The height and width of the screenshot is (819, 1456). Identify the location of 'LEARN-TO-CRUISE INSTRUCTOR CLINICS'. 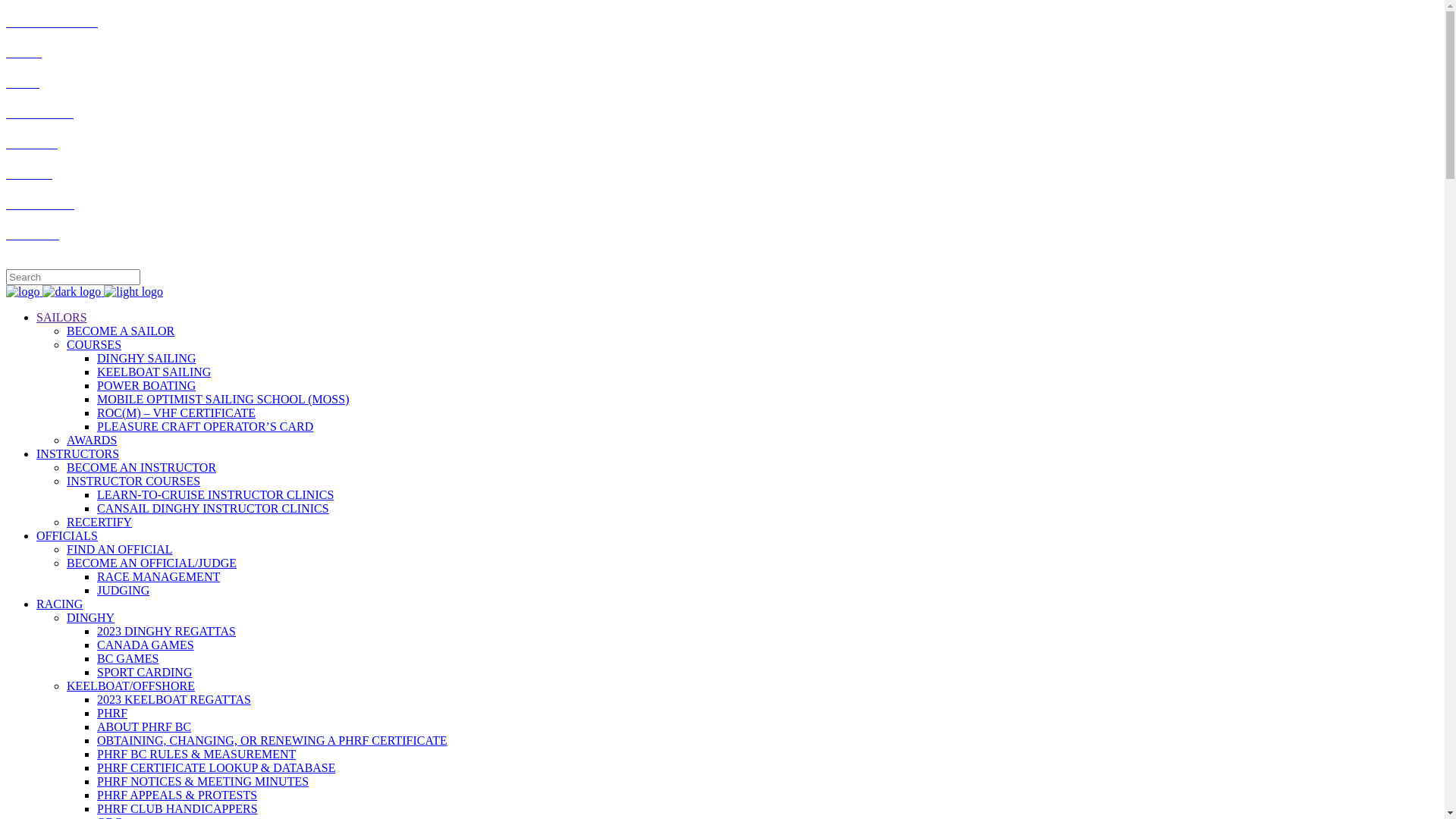
(214, 494).